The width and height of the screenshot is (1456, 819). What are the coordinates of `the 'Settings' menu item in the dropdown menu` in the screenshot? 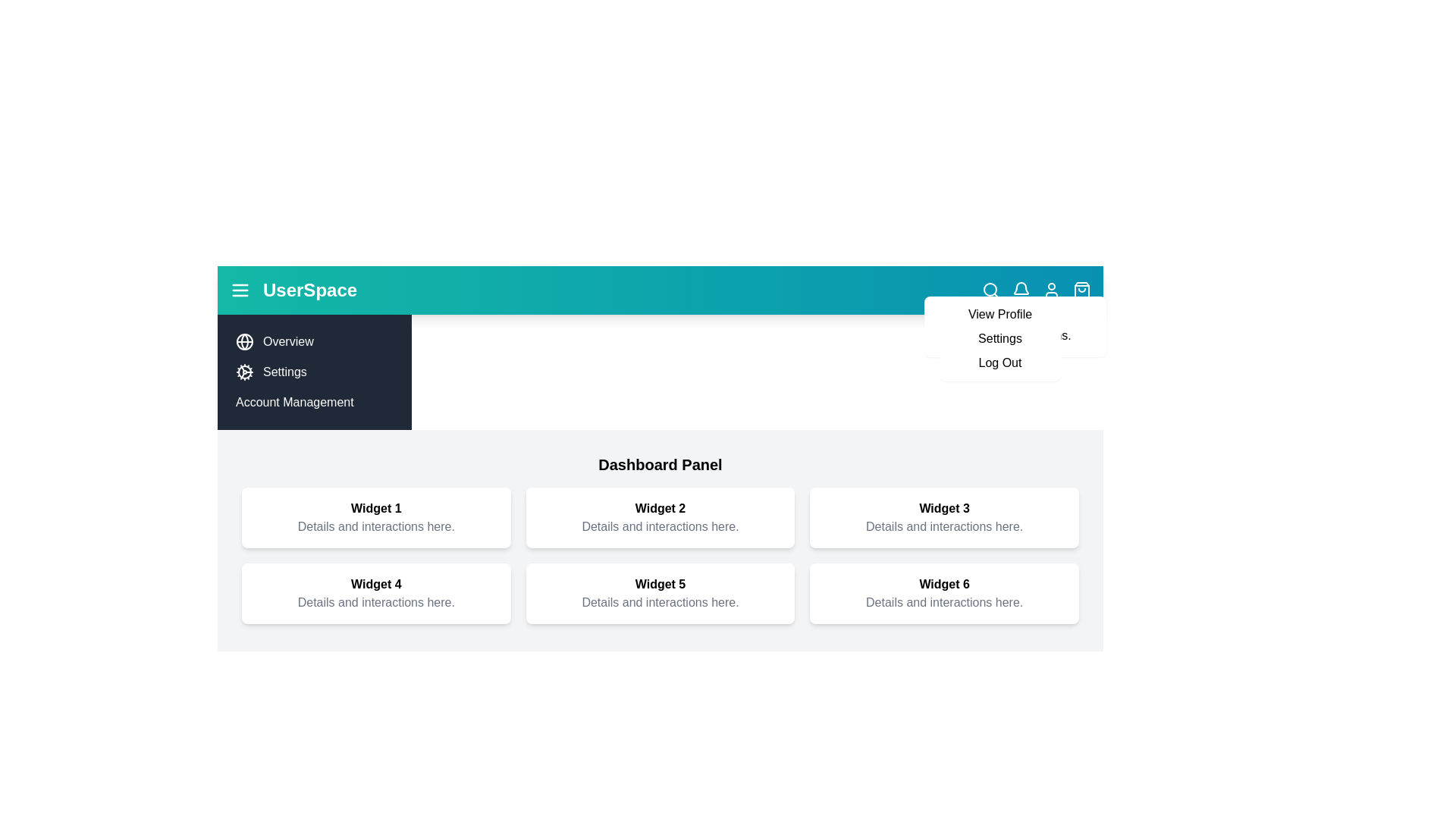 It's located at (1000, 338).